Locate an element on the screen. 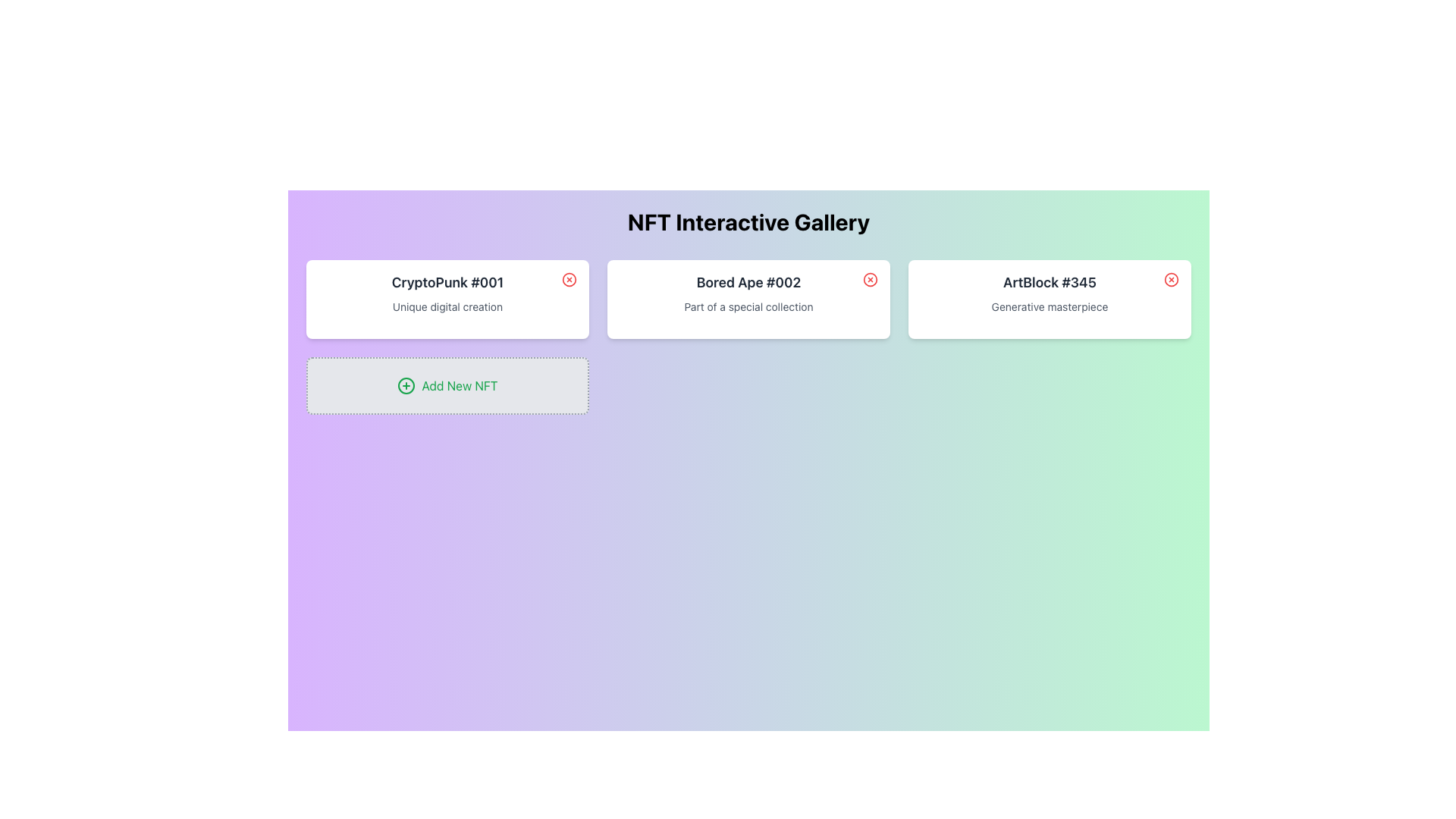 Image resolution: width=1456 pixels, height=819 pixels. the close button located at the top-right corner of the 'Bored Ape #002' card is located at coordinates (870, 280).